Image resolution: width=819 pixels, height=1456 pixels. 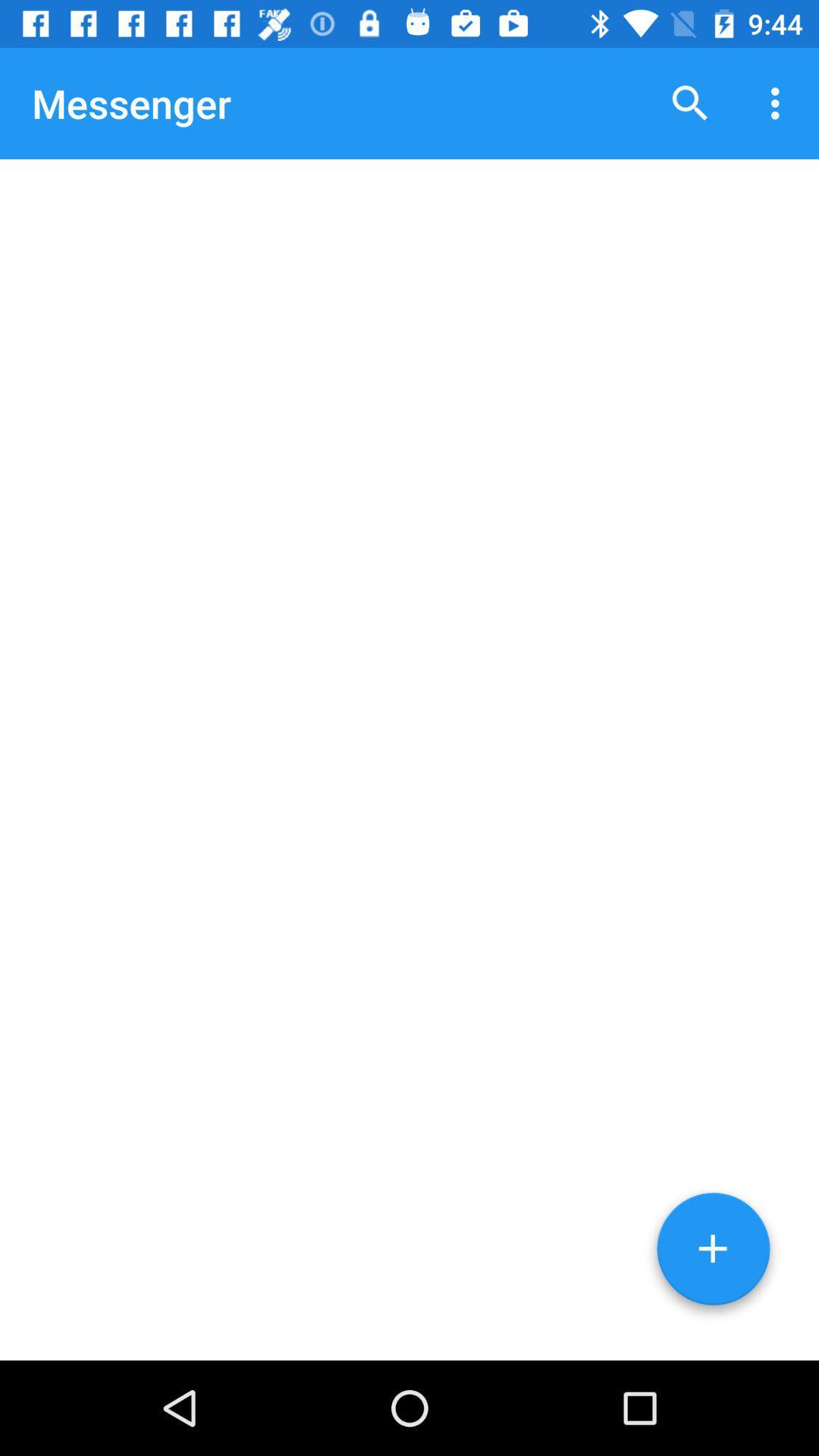 What do you see at coordinates (713, 1254) in the screenshot?
I see `start a new conversation` at bounding box center [713, 1254].